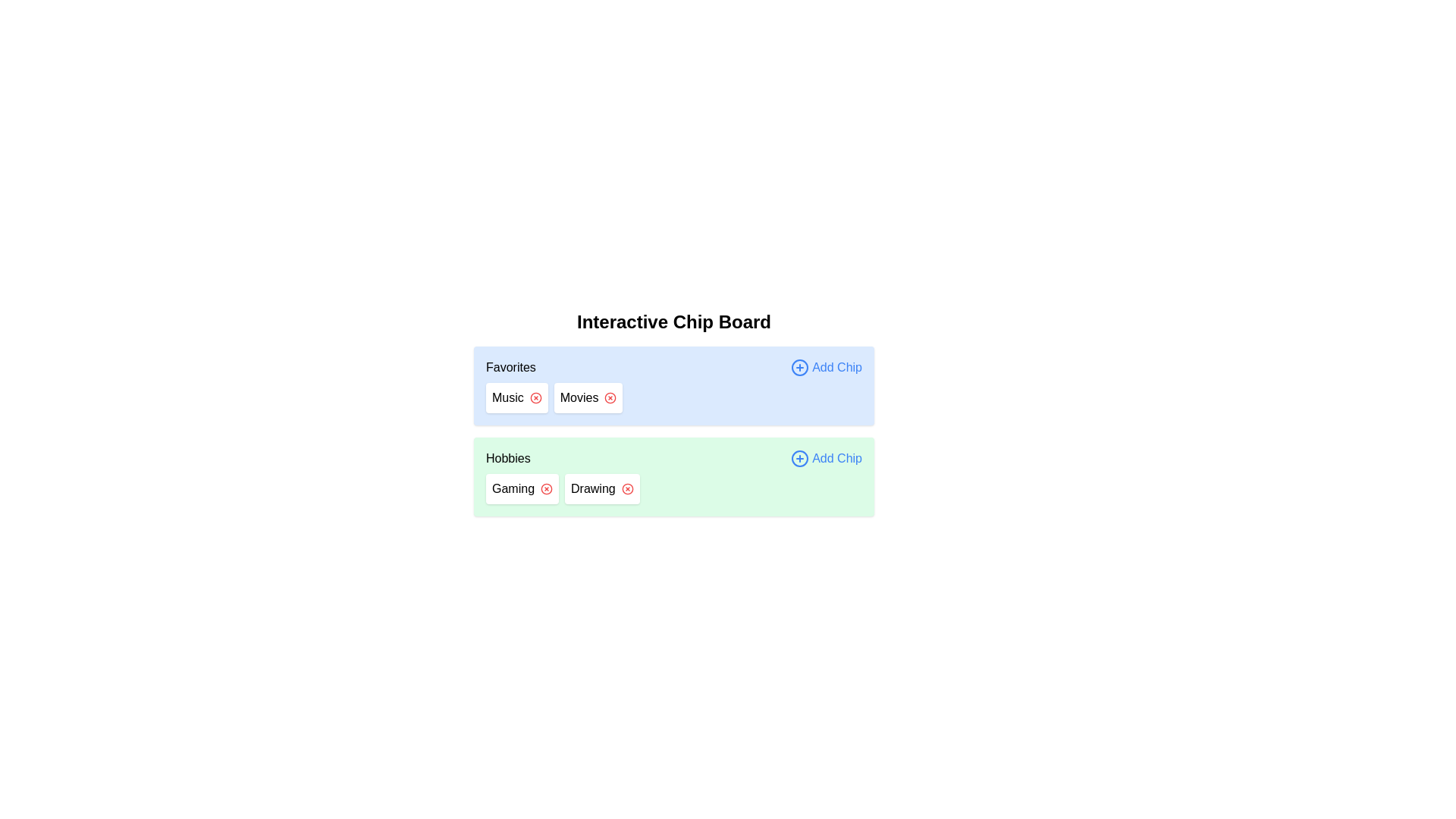 Image resolution: width=1456 pixels, height=819 pixels. What do you see at coordinates (546, 488) in the screenshot?
I see `'Remove' icon on the chip labeled Gaming` at bounding box center [546, 488].